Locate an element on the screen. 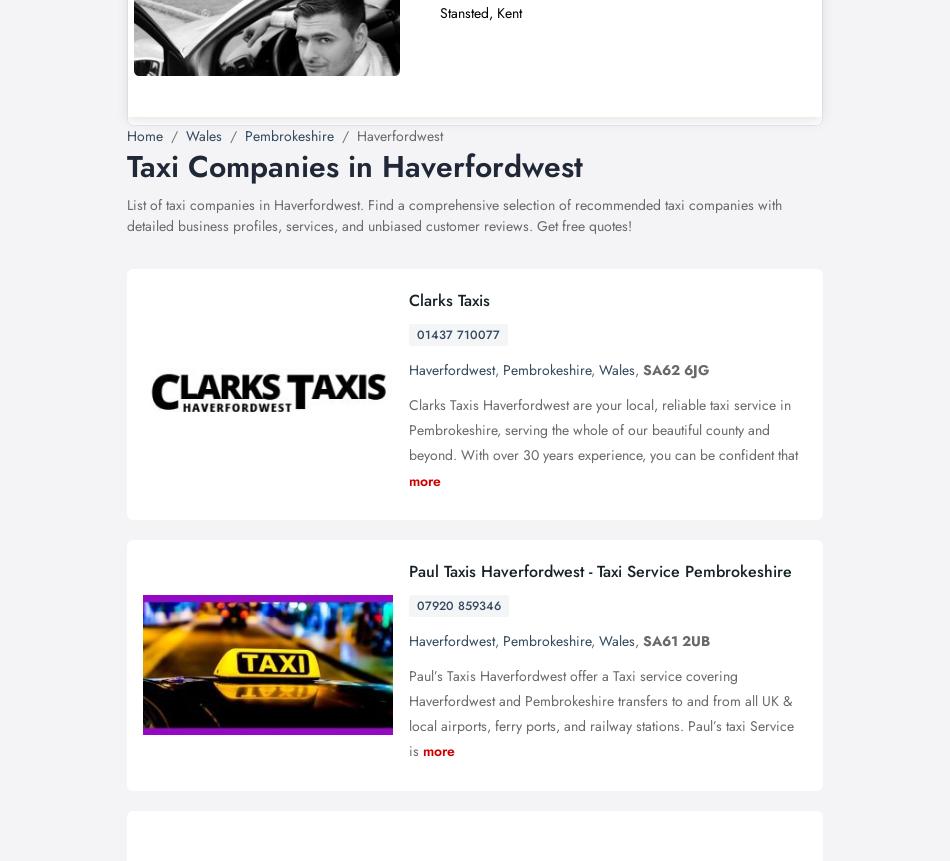 The width and height of the screenshot is (950, 861). 'HOW DO I ADD A BUSINESS LISTING?' is located at coordinates (286, 195).